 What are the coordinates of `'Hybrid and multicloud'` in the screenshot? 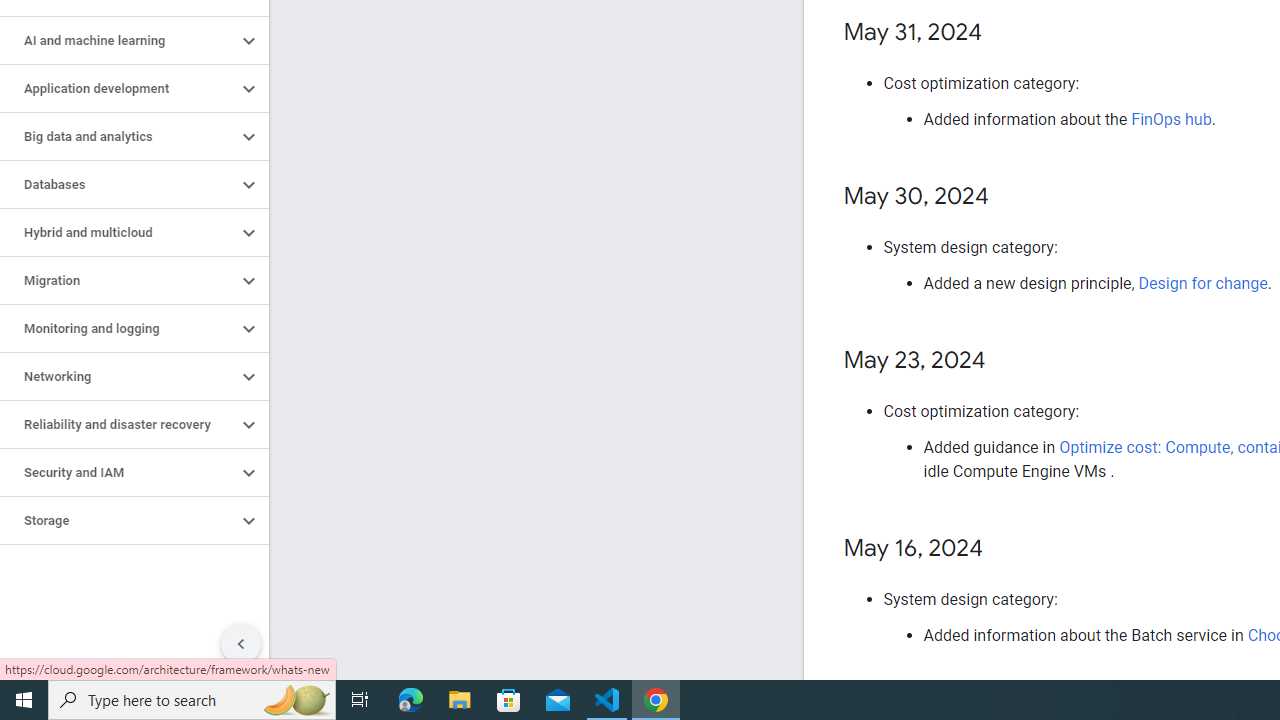 It's located at (117, 231).